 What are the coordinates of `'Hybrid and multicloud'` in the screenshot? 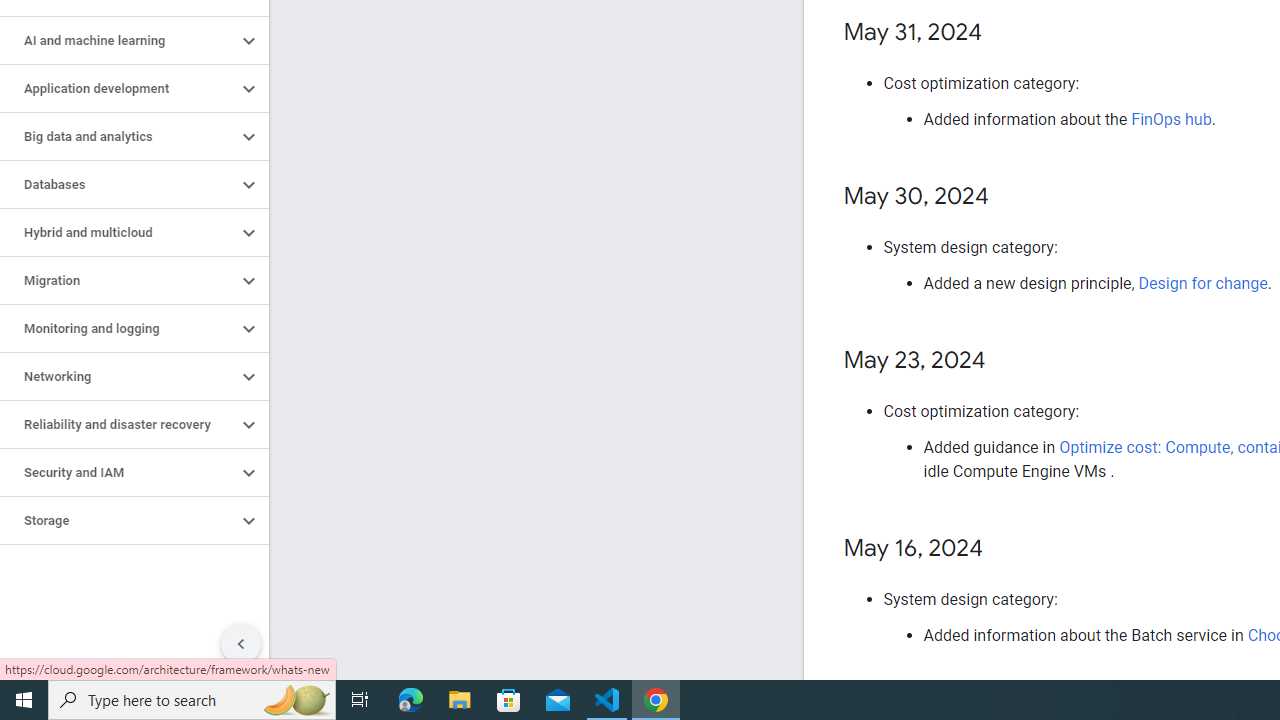 It's located at (117, 231).